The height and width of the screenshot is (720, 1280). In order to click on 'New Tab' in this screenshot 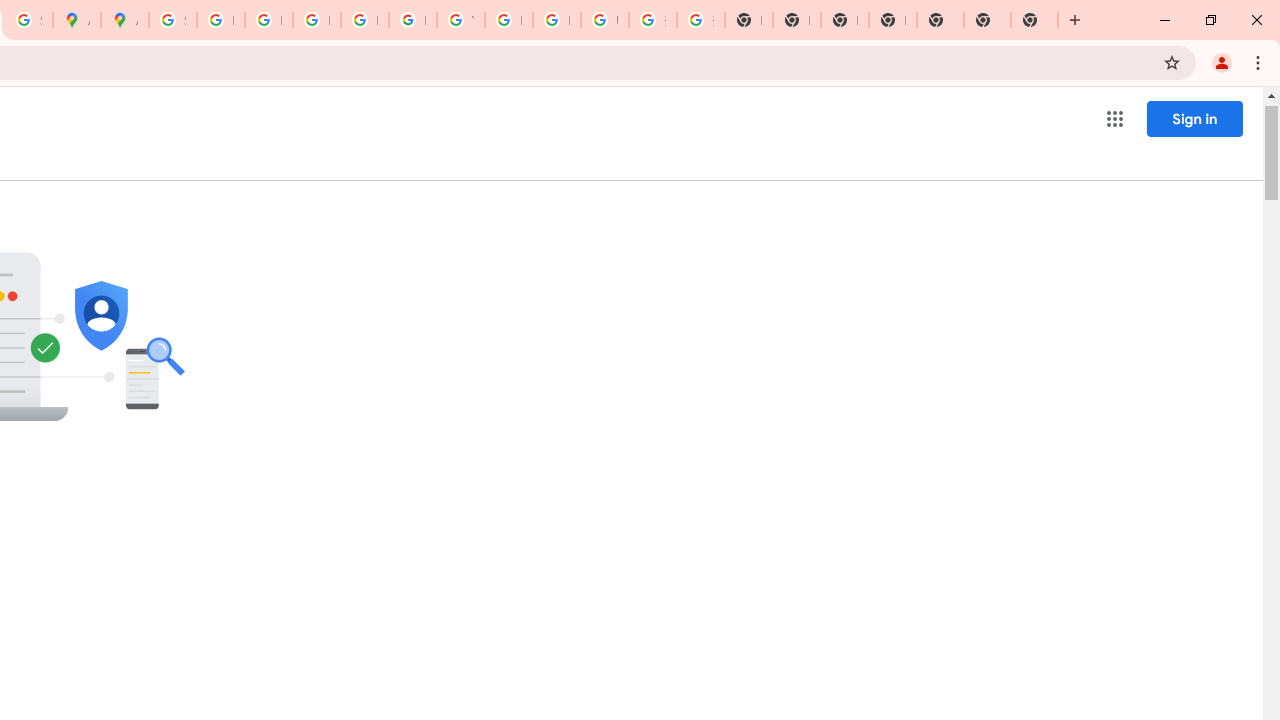, I will do `click(1074, 20)`.